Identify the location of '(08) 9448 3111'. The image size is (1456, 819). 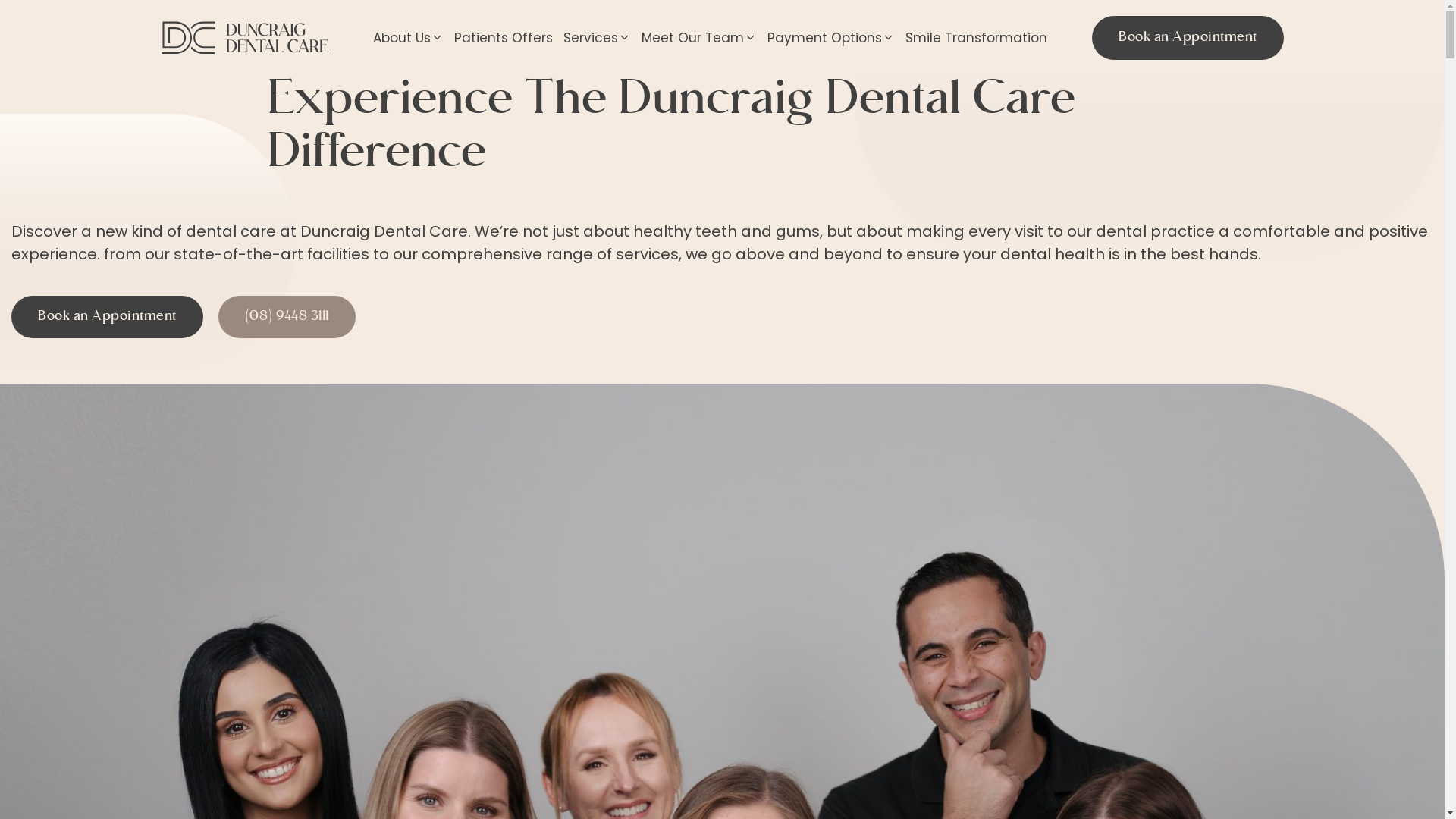
(287, 315).